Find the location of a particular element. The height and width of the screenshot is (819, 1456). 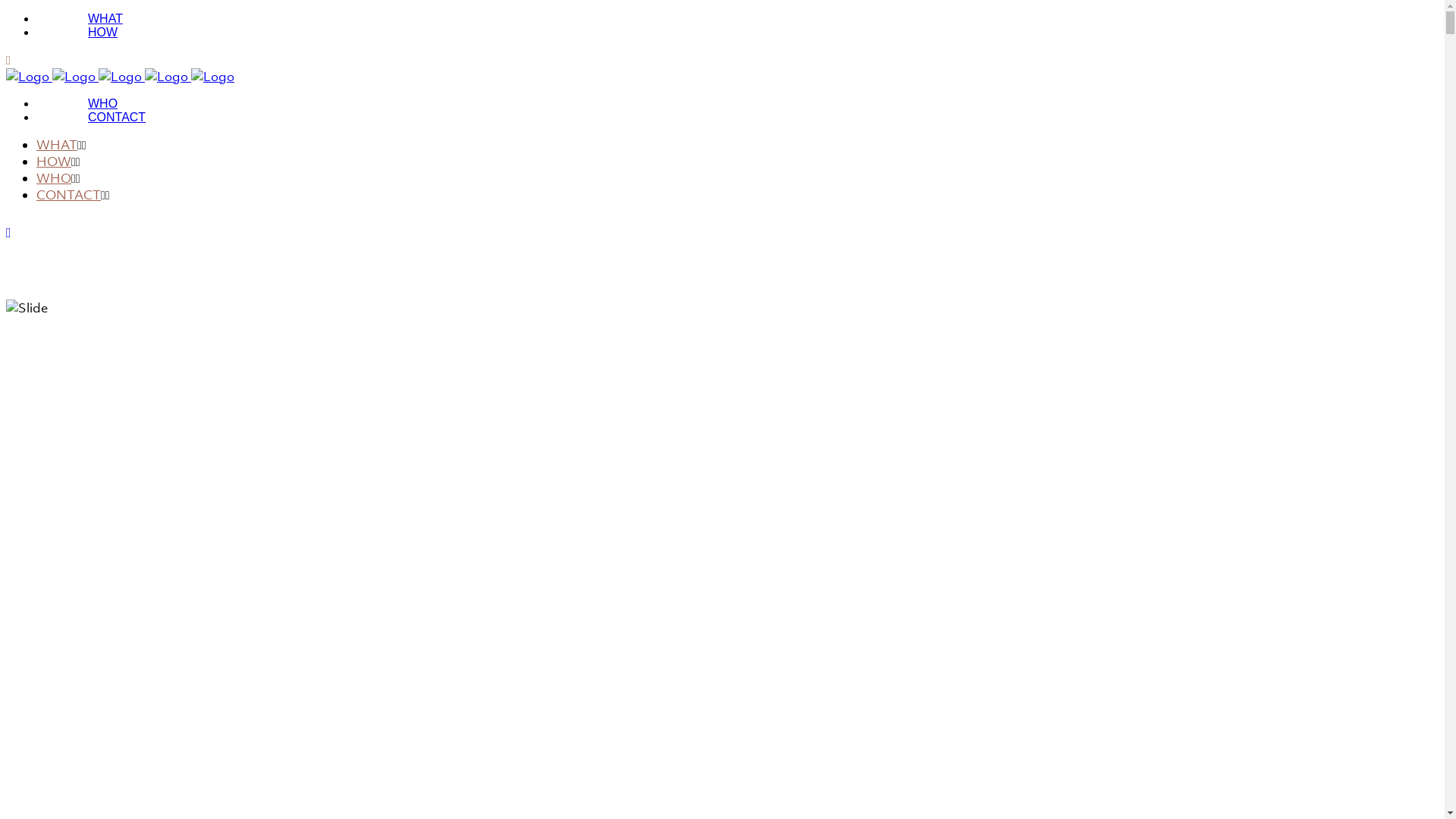

'HOW' is located at coordinates (54, 161).